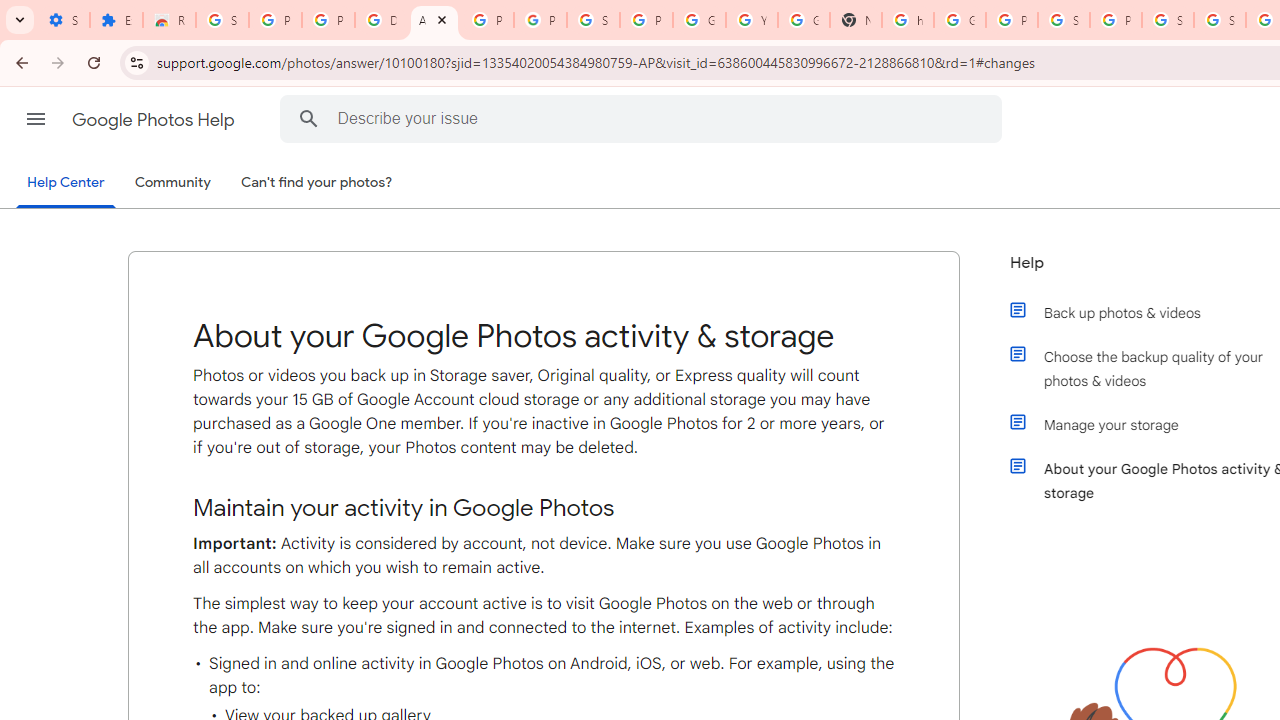 The width and height of the screenshot is (1280, 720). What do you see at coordinates (115, 20) in the screenshot?
I see `'Extensions'` at bounding box center [115, 20].